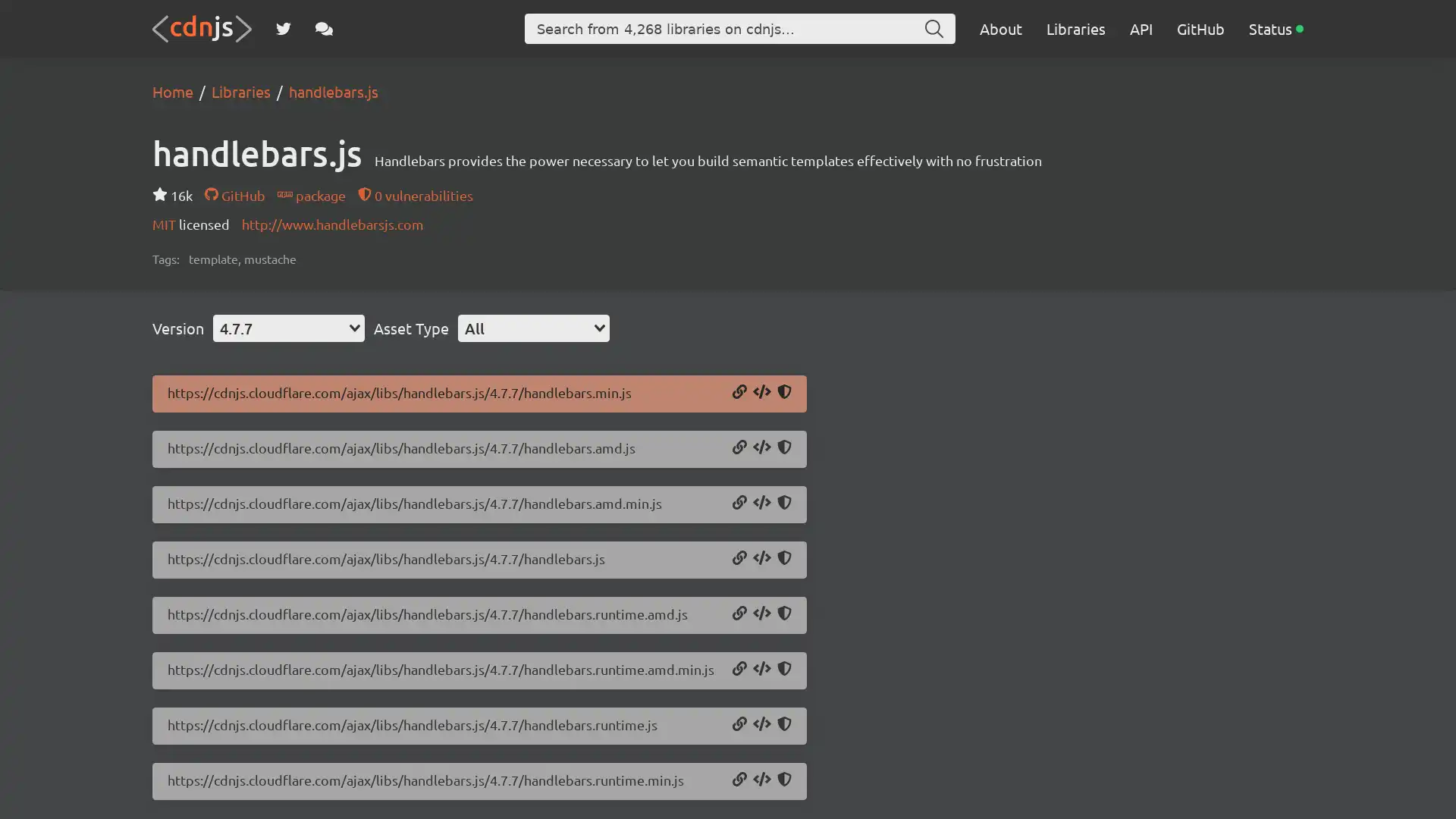  What do you see at coordinates (739, 780) in the screenshot?
I see `Copy URL` at bounding box center [739, 780].